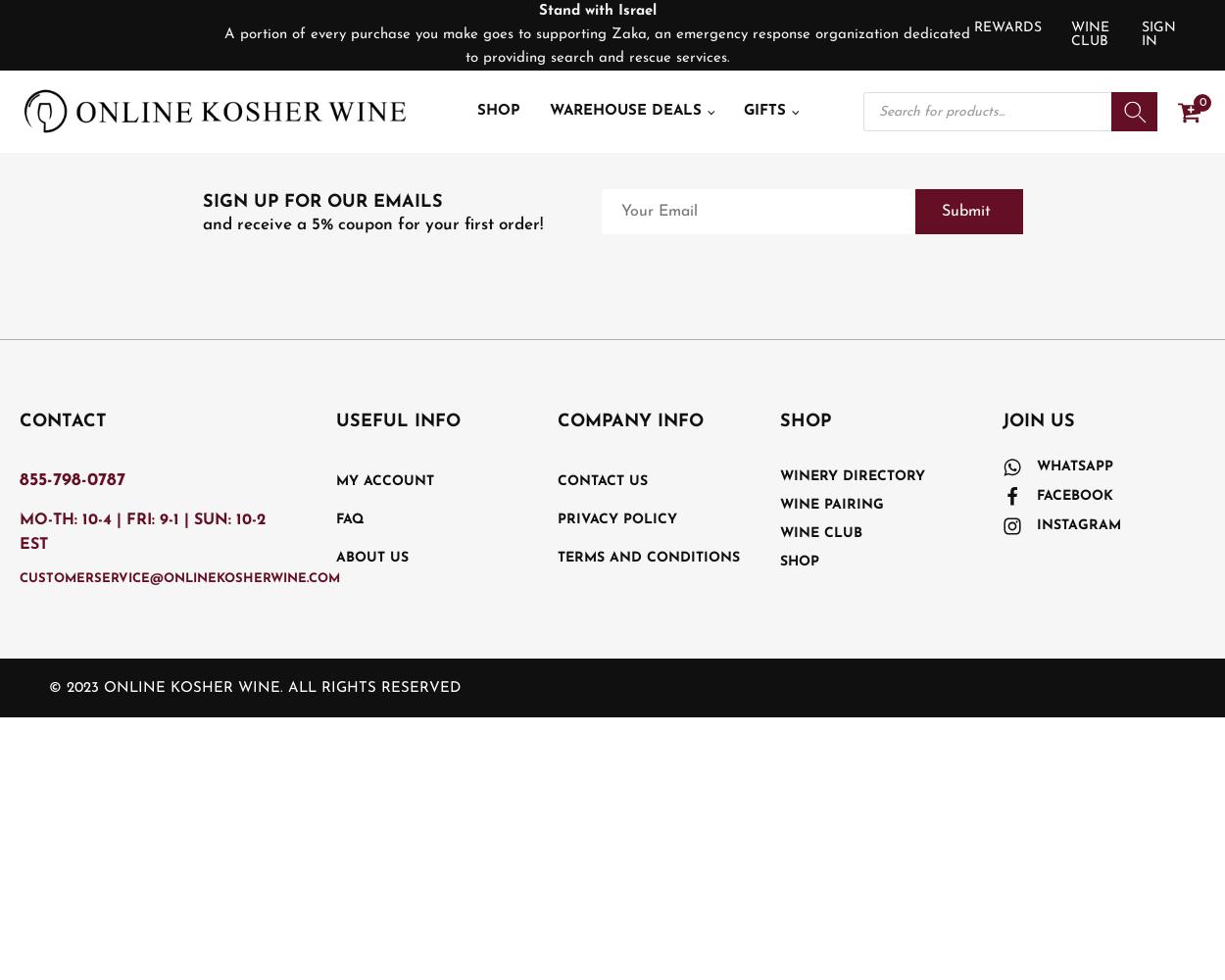  What do you see at coordinates (624, 110) in the screenshot?
I see `'Warehouse Deals'` at bounding box center [624, 110].